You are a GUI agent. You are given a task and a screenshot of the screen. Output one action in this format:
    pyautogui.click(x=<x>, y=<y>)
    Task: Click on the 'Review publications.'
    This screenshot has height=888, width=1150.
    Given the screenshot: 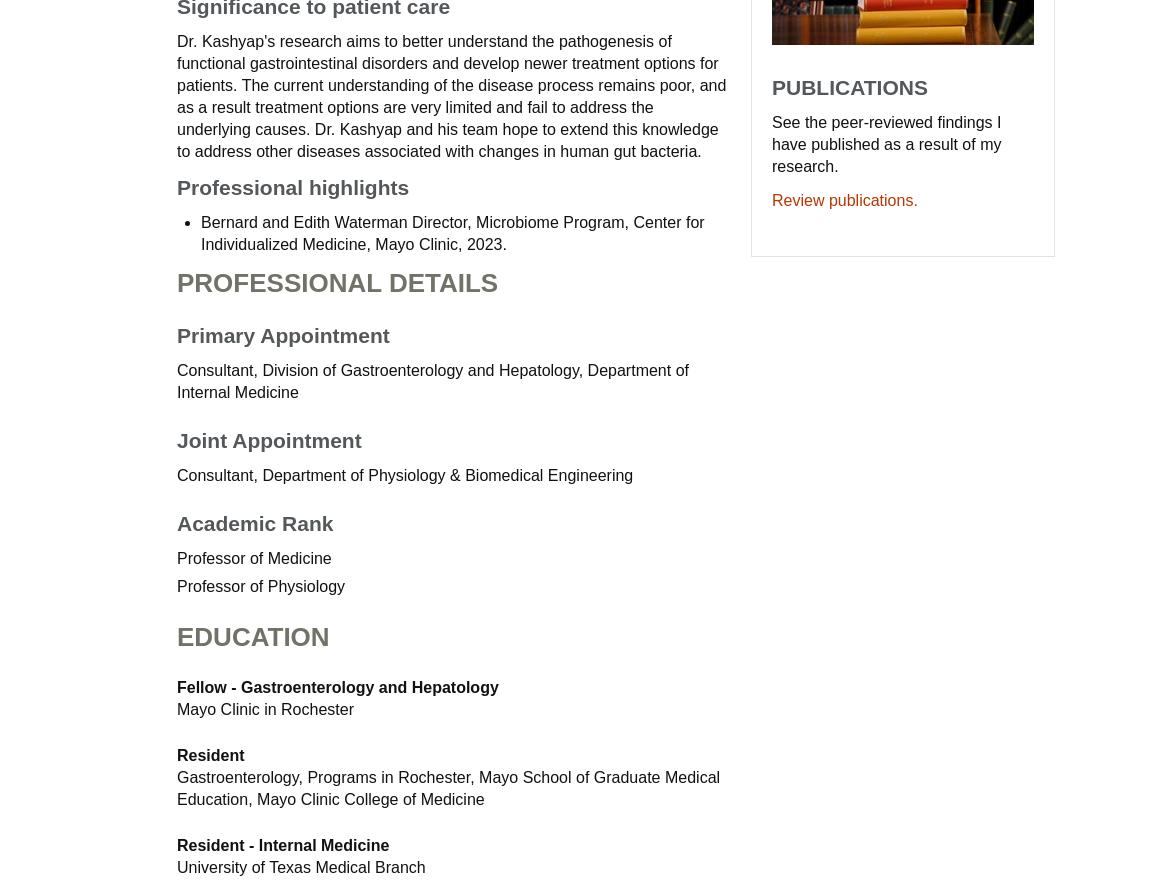 What is the action you would take?
    pyautogui.click(x=843, y=198)
    